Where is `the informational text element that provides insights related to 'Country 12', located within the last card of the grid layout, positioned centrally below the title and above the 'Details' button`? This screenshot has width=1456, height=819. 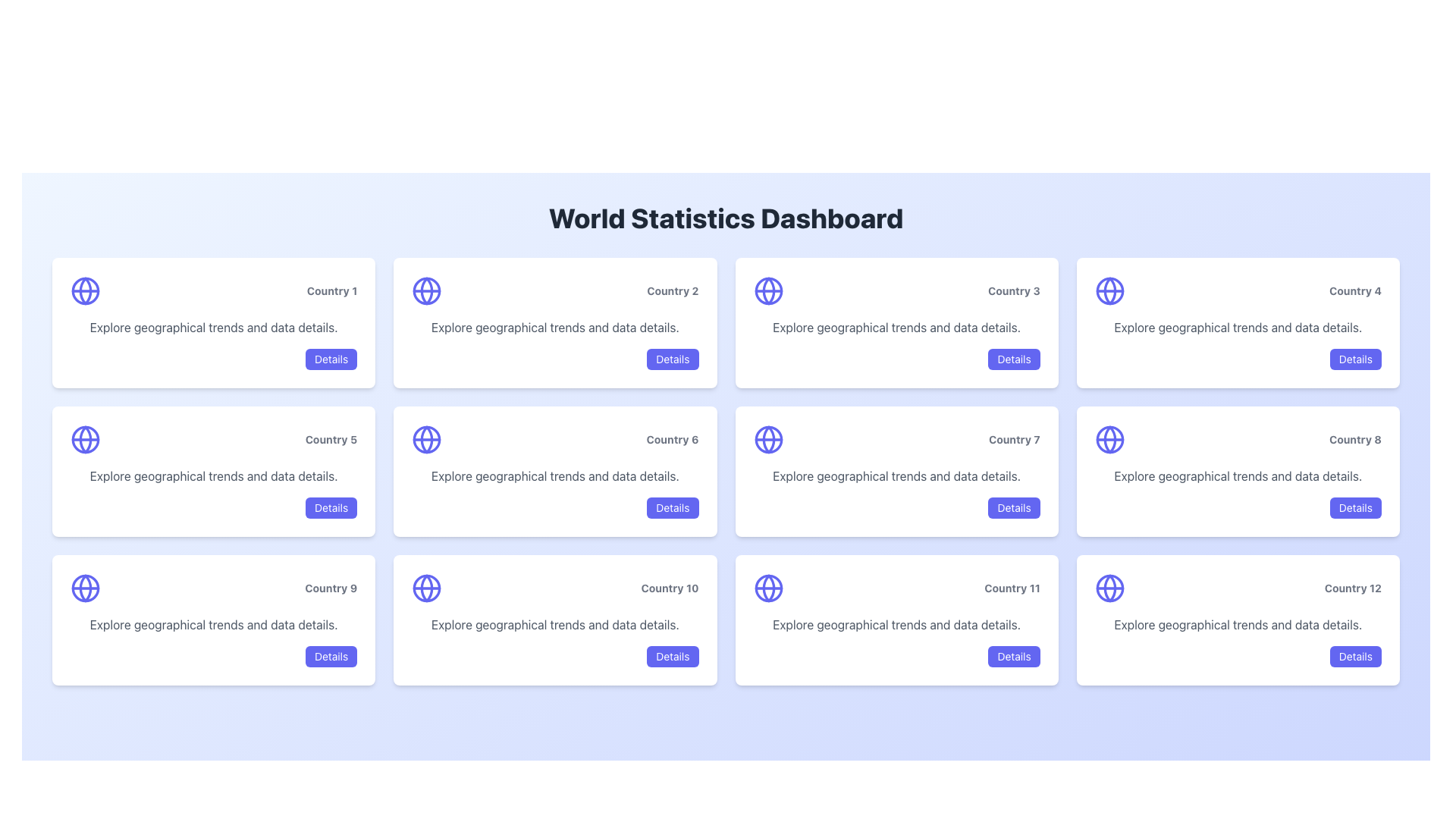 the informational text element that provides insights related to 'Country 12', located within the last card of the grid layout, positioned centrally below the title and above the 'Details' button is located at coordinates (1238, 625).